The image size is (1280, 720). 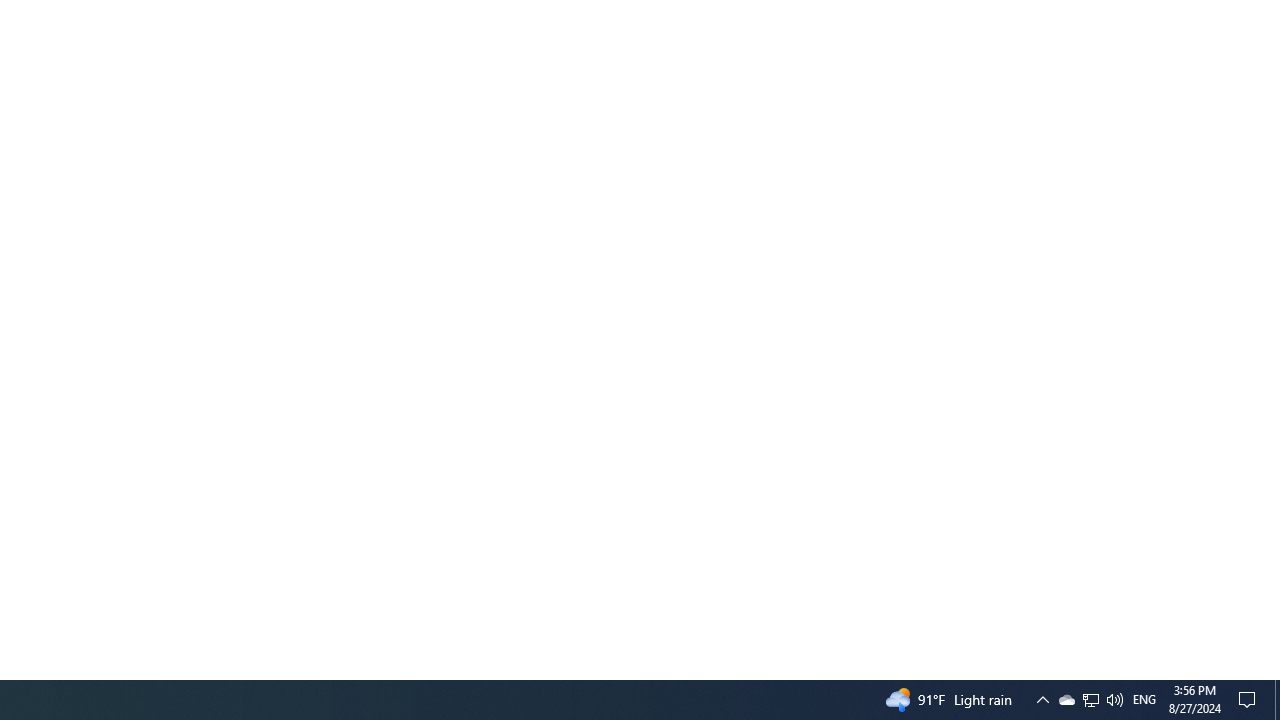 What do you see at coordinates (1065, 698) in the screenshot?
I see `'User Promoted Notification Area'` at bounding box center [1065, 698].